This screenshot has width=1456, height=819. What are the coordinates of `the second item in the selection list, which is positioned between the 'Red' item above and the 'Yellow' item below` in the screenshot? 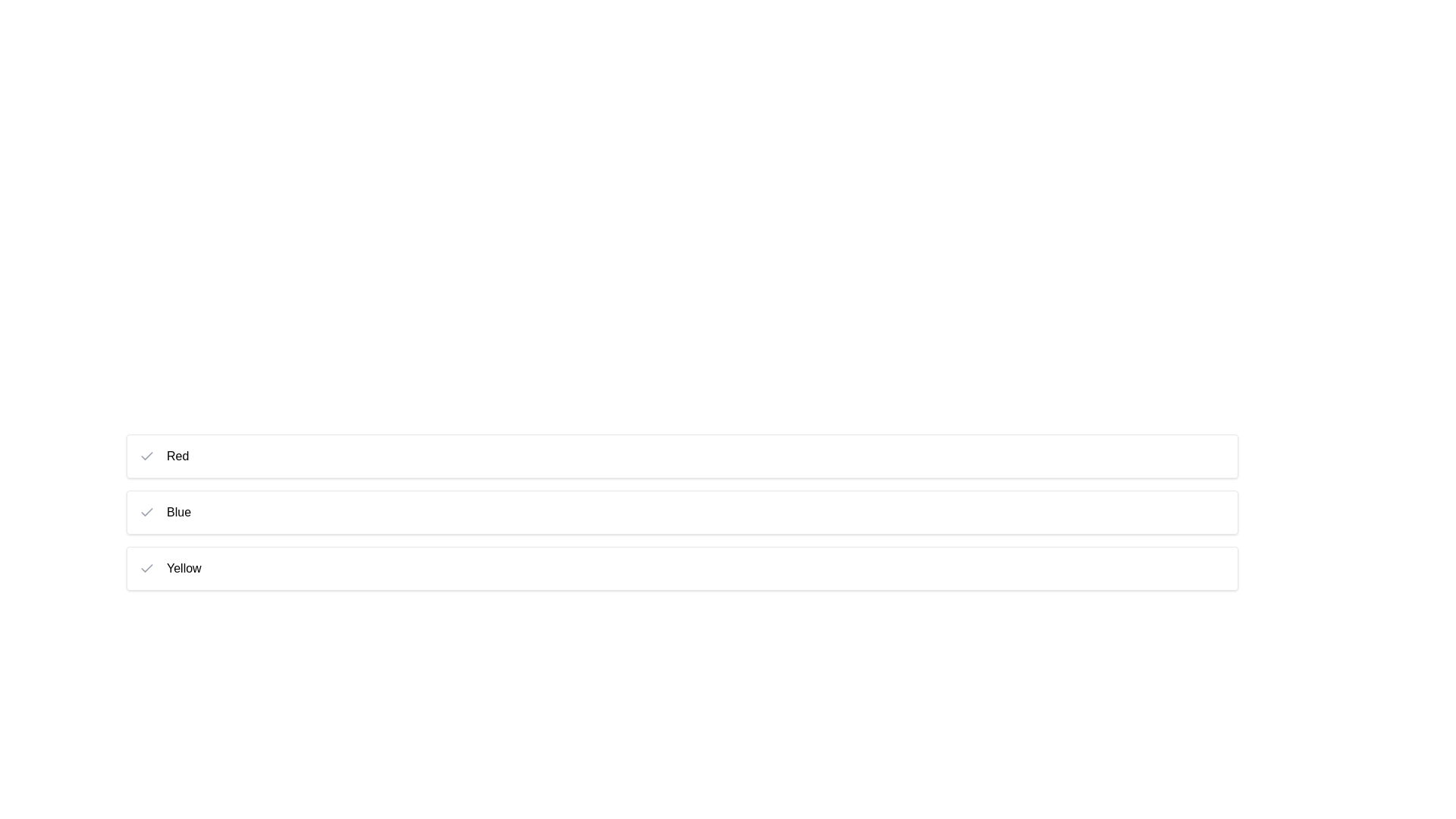 It's located at (682, 512).